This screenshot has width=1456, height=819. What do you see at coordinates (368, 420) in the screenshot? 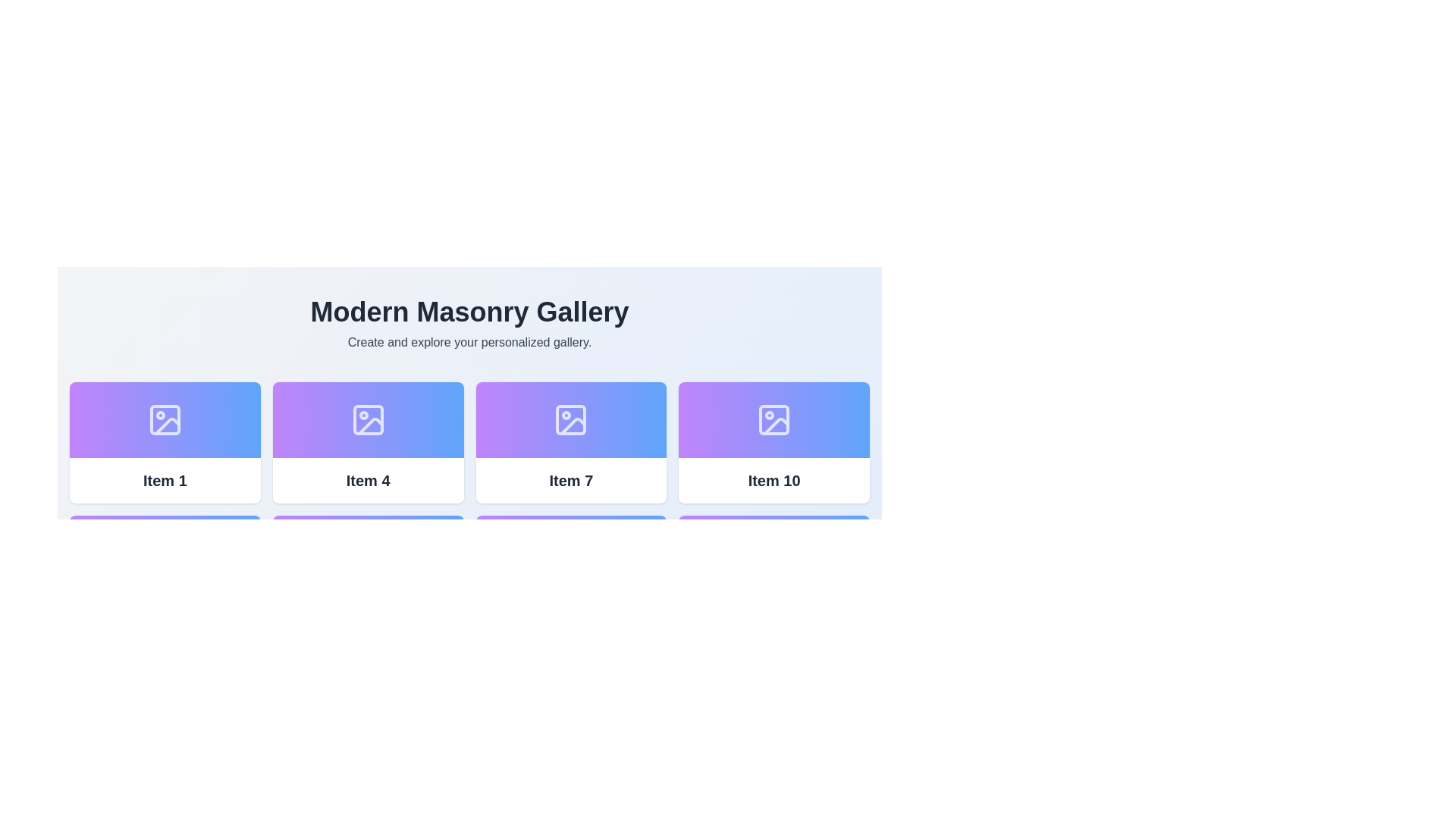
I see `the image placeholder card component with a gradient background from its position in the interface` at bounding box center [368, 420].